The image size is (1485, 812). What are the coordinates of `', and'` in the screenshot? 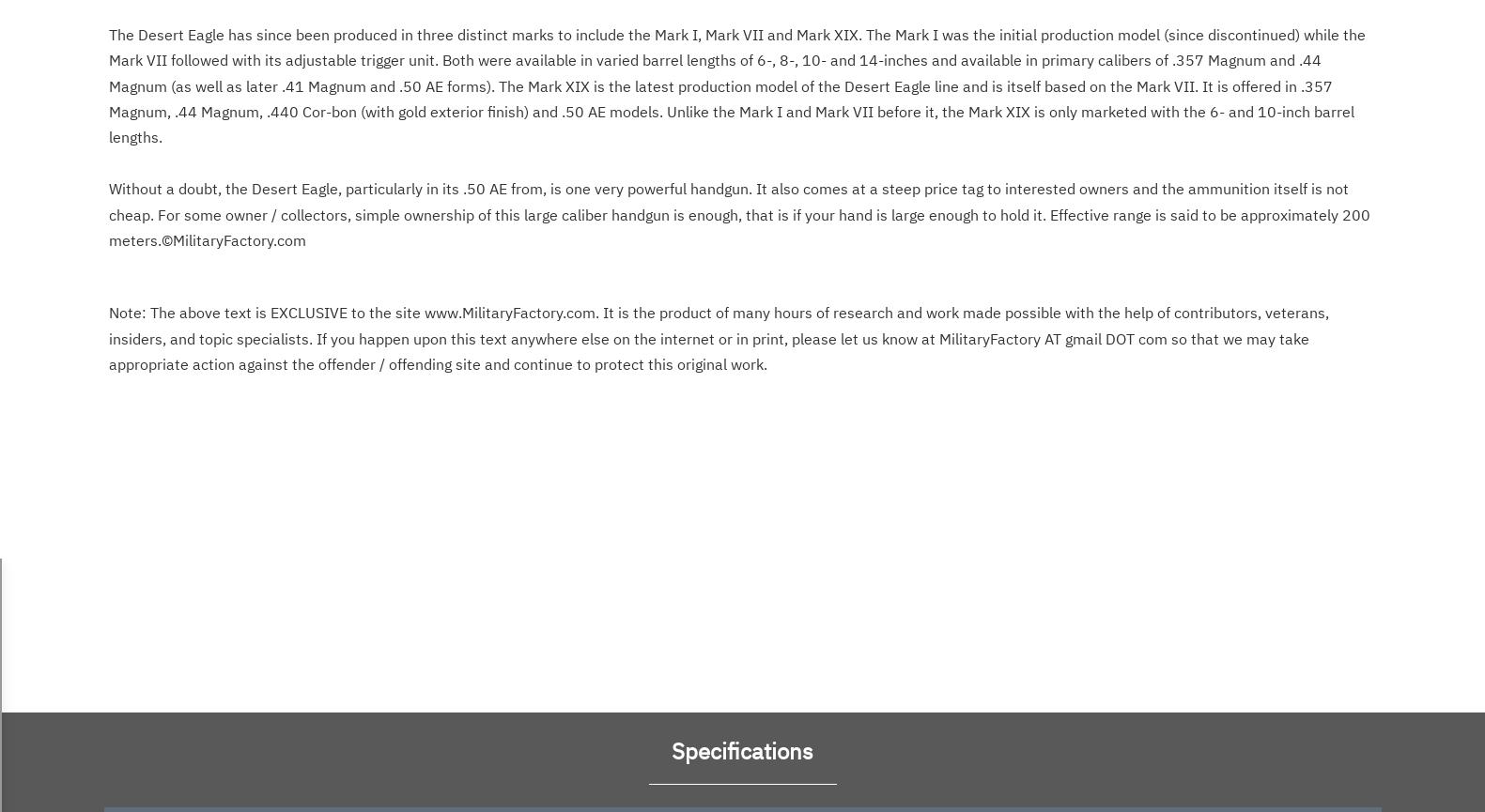 It's located at (501, 169).